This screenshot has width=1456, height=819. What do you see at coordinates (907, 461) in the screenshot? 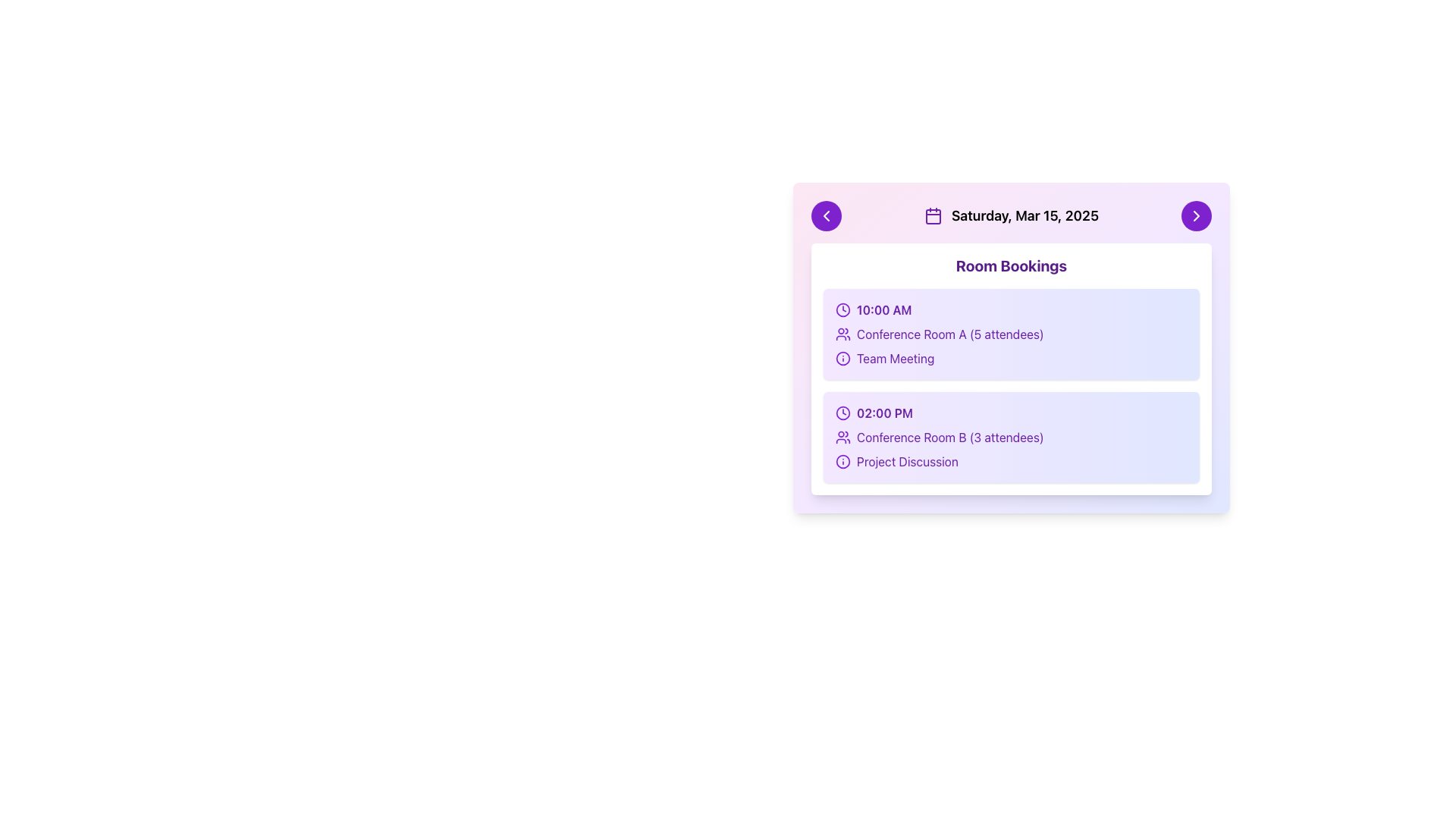
I see `the 'Project Discussion' text label, which is styled in a bold purple font and located within the second booking item of the 'Room Bookings' list under the details for the 02:00 PM reservation for 'Conference Room B (3 attendees)` at bounding box center [907, 461].